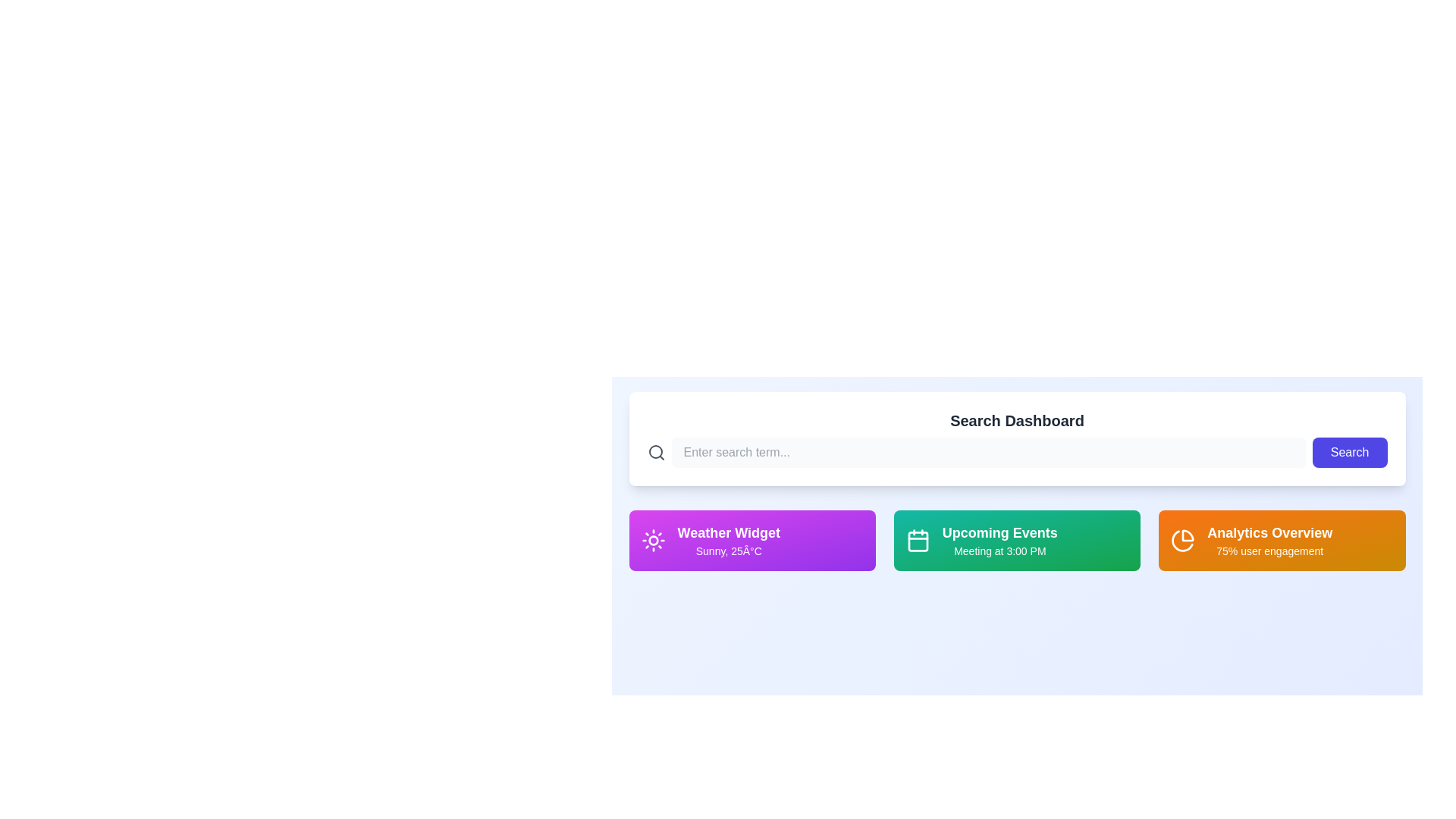 The height and width of the screenshot is (819, 1456). Describe the element at coordinates (653, 540) in the screenshot. I see `the sunny weather icon within the 'Weather Widget' card, which visually represents sunny weather and is located before the title 'Weather Widget'` at that location.